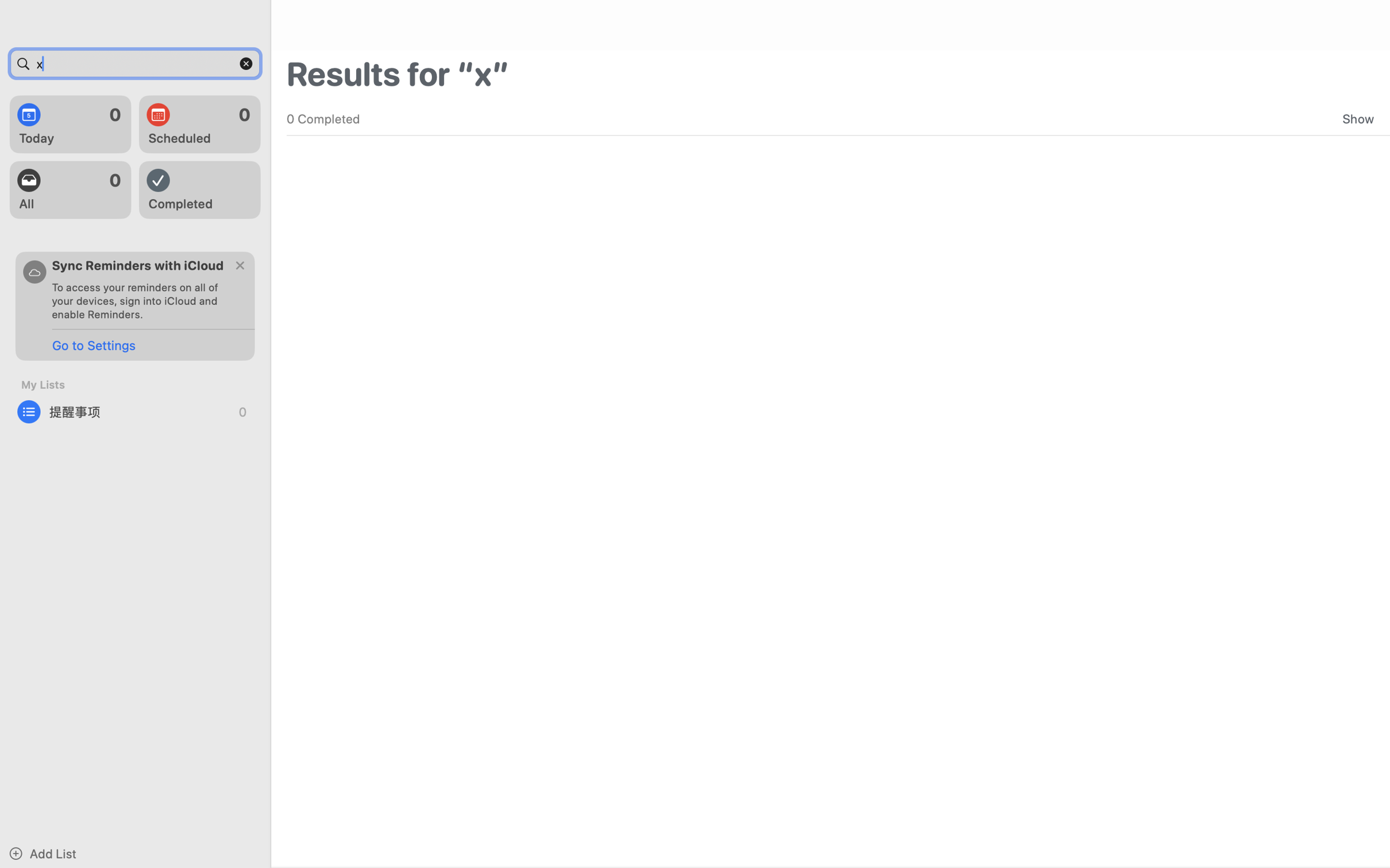 The width and height of the screenshot is (1390, 868). What do you see at coordinates (134, 63) in the screenshot?
I see `'x'` at bounding box center [134, 63].